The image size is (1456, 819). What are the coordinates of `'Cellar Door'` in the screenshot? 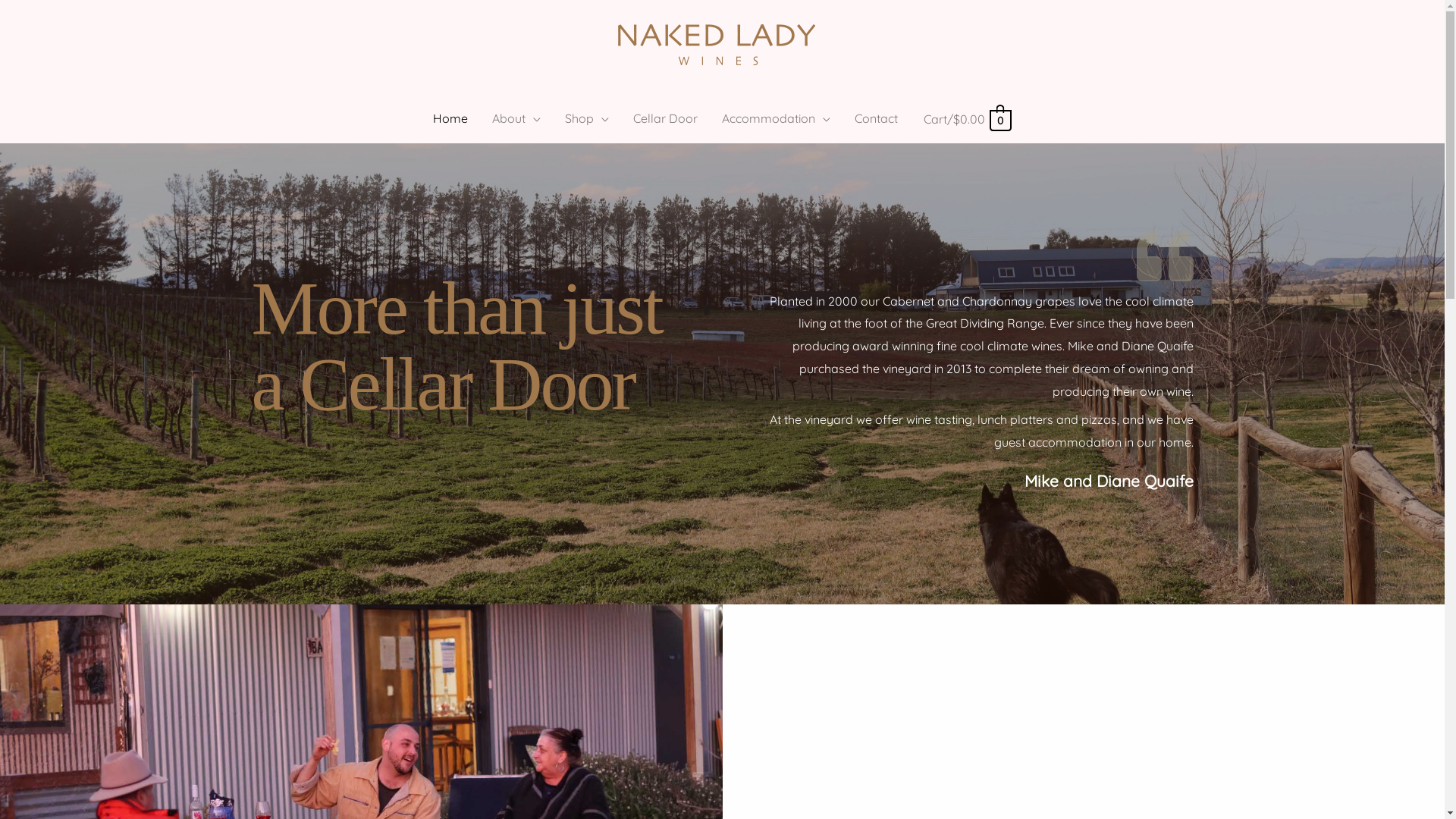 It's located at (665, 117).